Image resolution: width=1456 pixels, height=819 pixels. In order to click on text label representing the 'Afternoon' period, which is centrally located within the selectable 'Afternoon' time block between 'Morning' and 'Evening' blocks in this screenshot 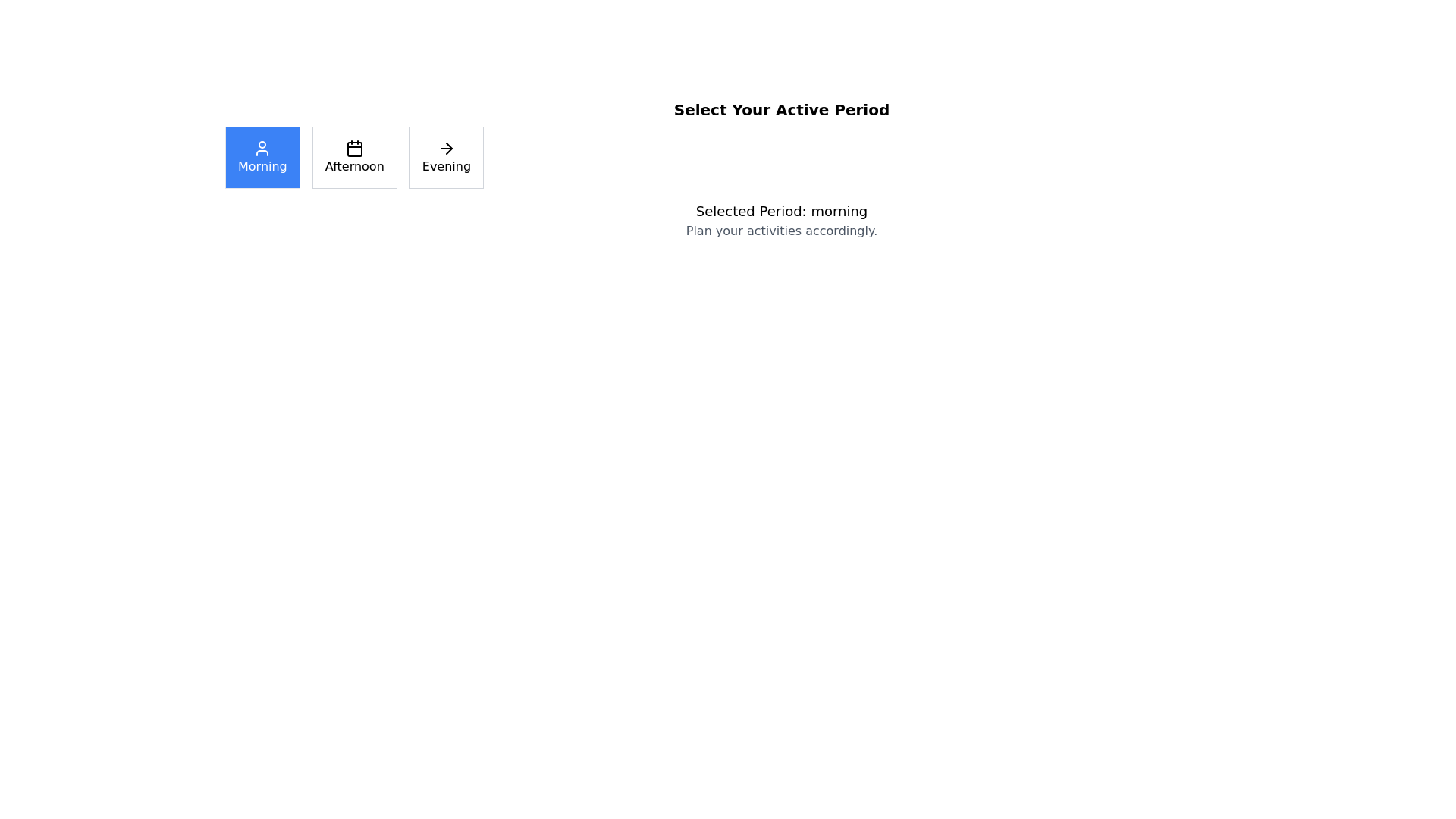, I will do `click(353, 166)`.